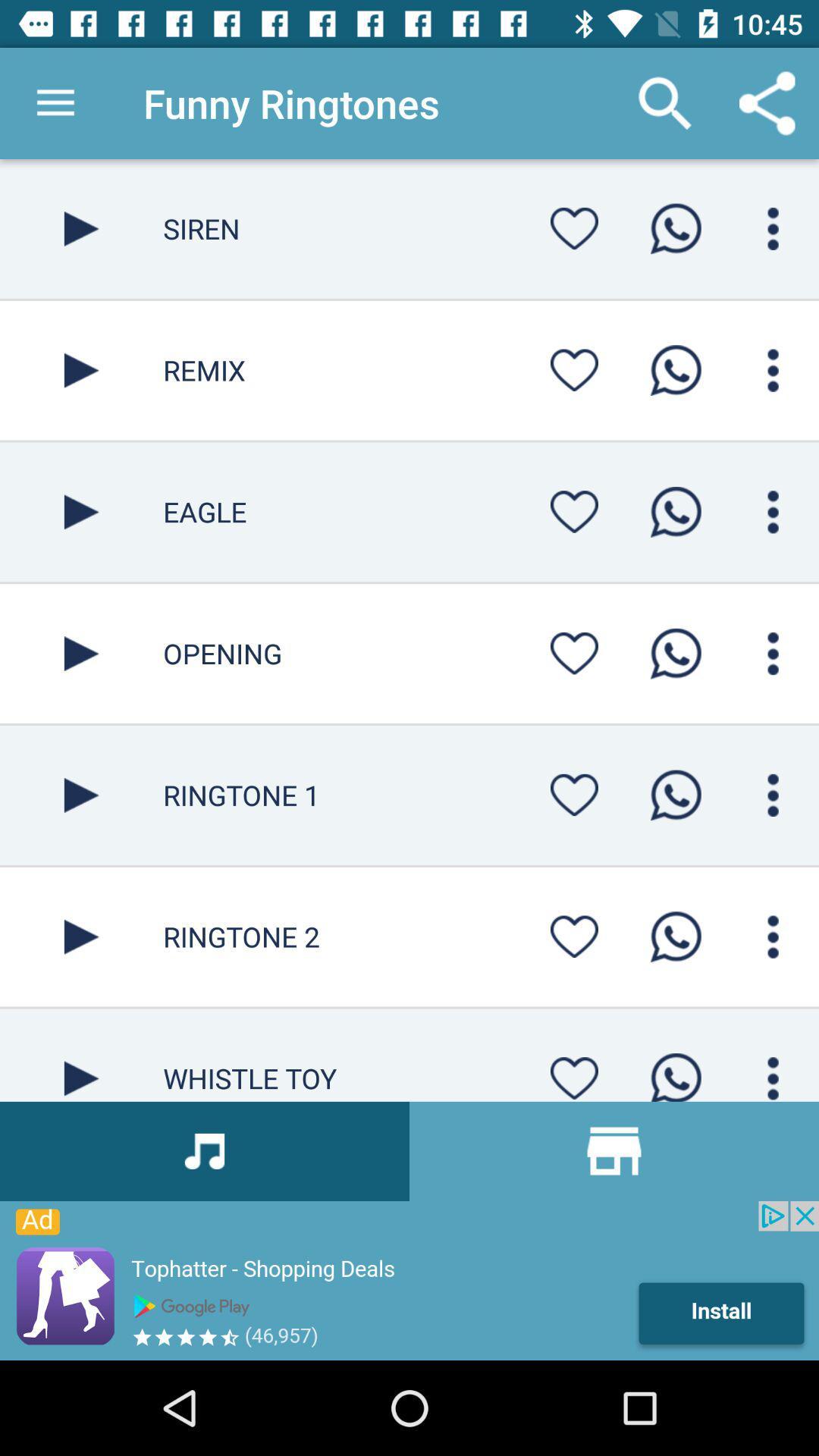 This screenshot has width=819, height=1456. Describe the element at coordinates (81, 654) in the screenshot. I see `audio or video` at that location.